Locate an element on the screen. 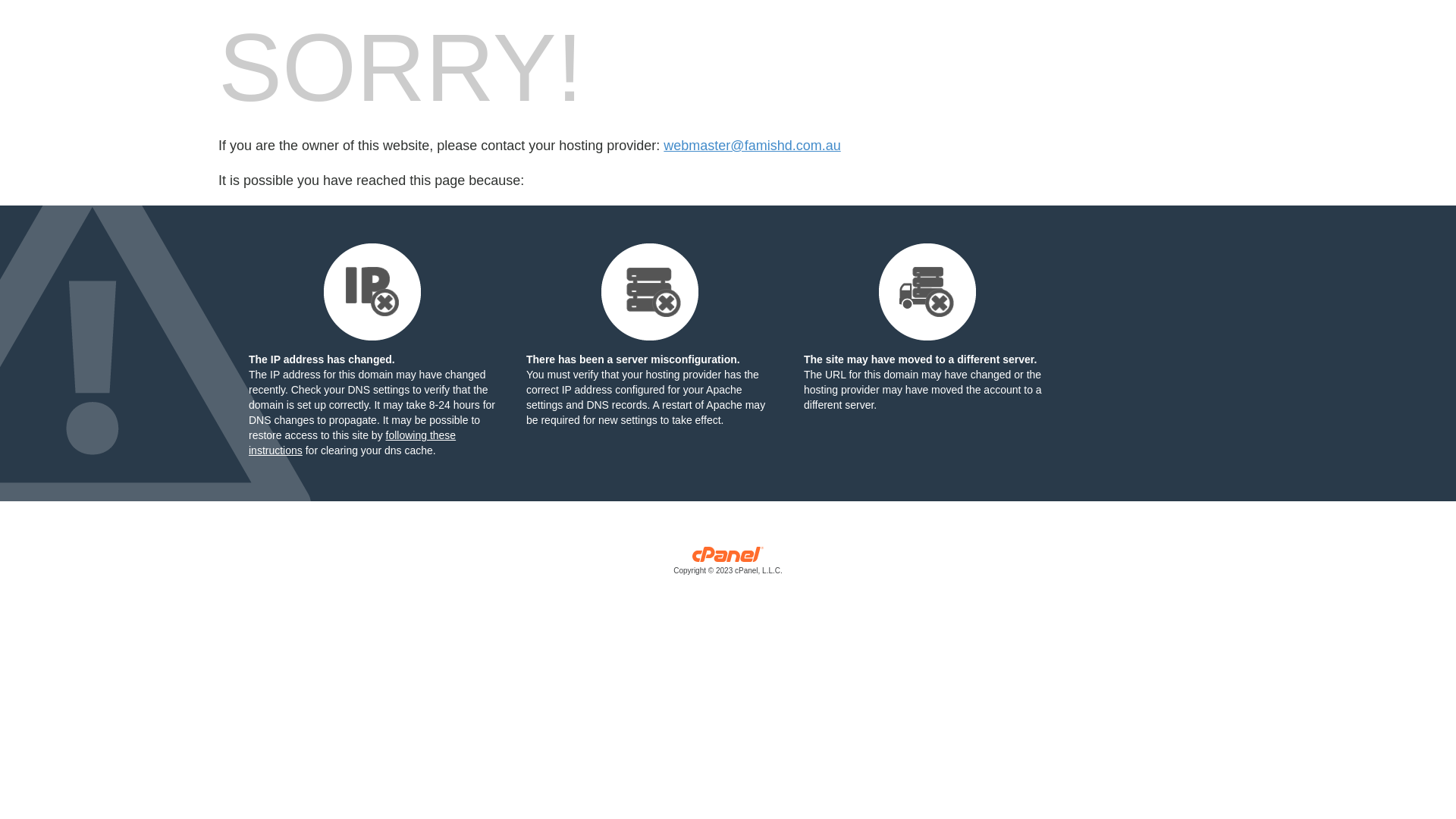  'webmaster@famishd.com.au' is located at coordinates (663, 146).